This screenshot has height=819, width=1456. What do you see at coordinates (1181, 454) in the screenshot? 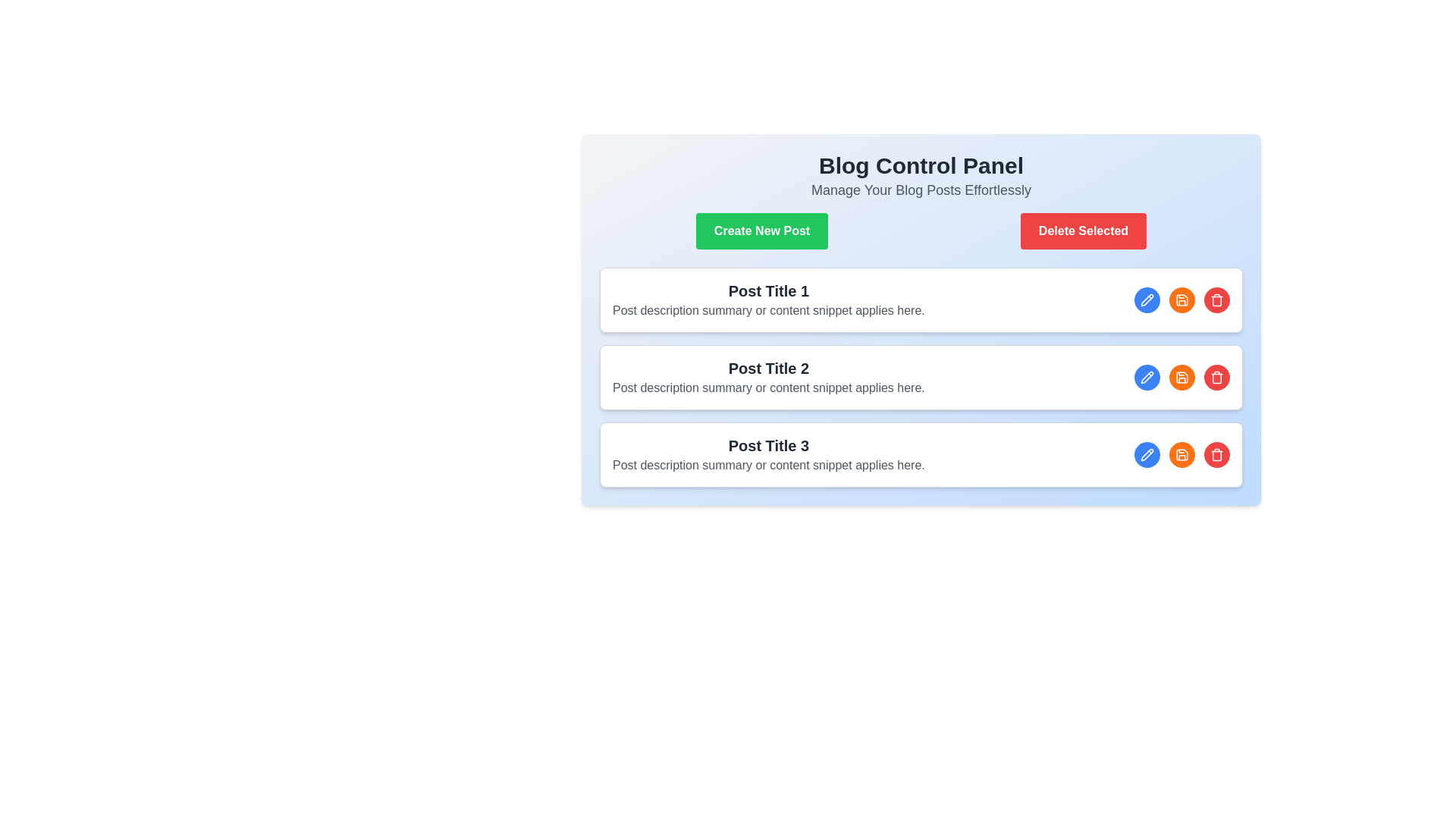
I see `the save icon, which resembles a floppy disk and is positioned as the second icon in a horizontal group of icons to the right of each post item in the list` at bounding box center [1181, 454].